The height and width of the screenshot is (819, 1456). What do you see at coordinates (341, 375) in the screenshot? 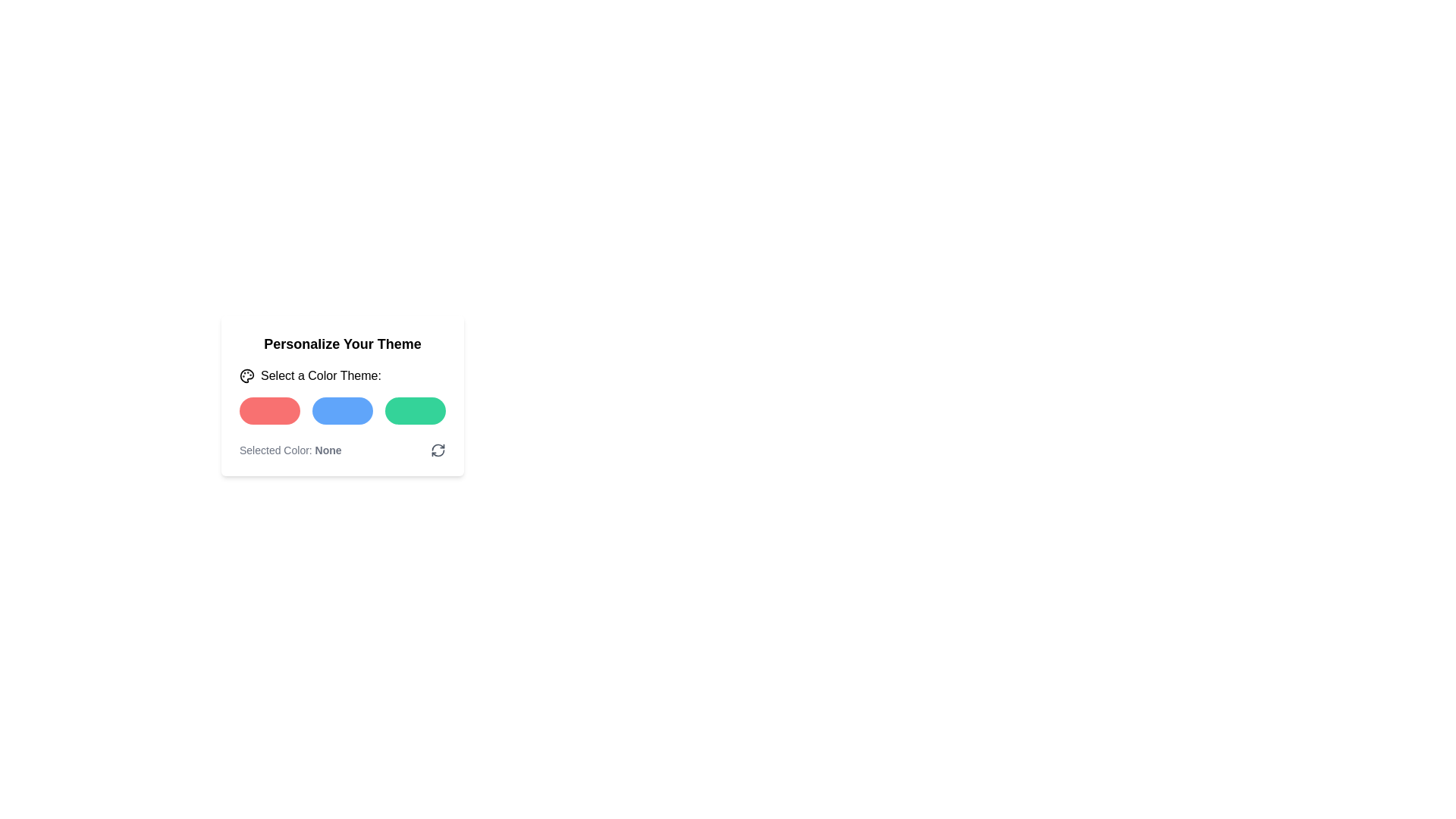
I see `the label that says 'Select a Color Theme:' which is positioned below the title 'Personalize Your Theme' and above a grid of color options` at bounding box center [341, 375].